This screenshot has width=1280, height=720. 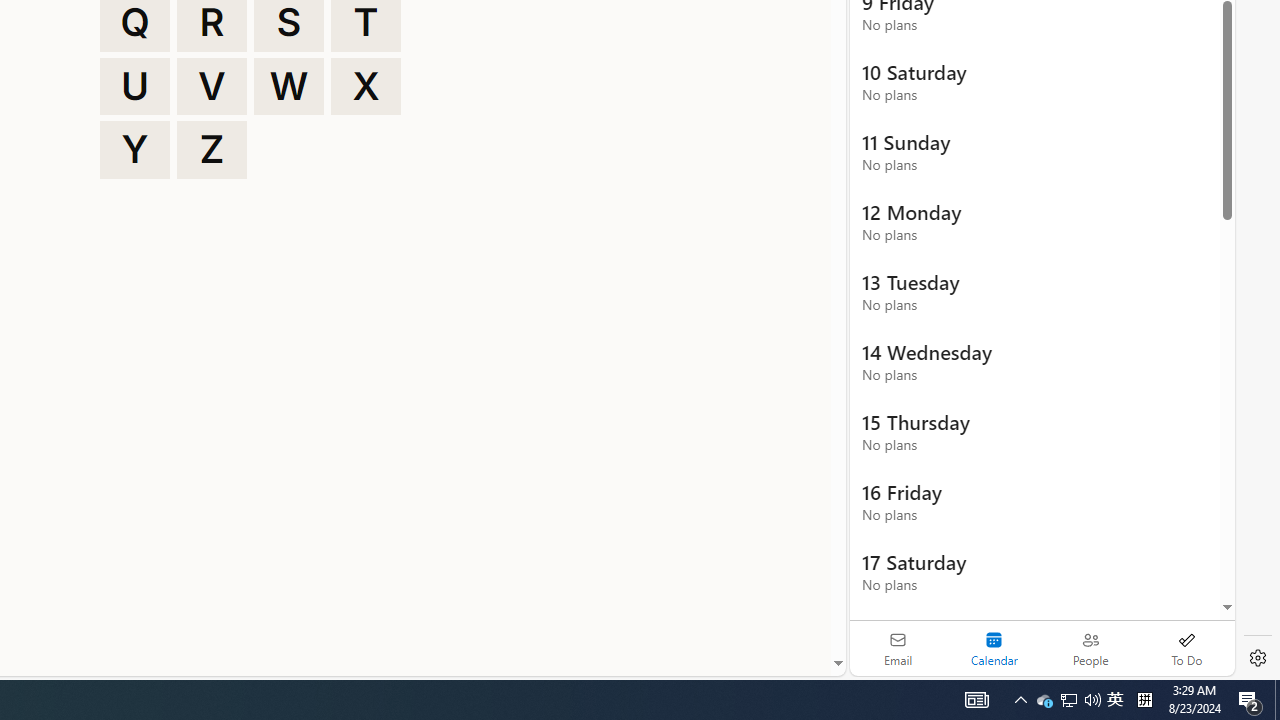 What do you see at coordinates (212, 85) in the screenshot?
I see `'V'` at bounding box center [212, 85].